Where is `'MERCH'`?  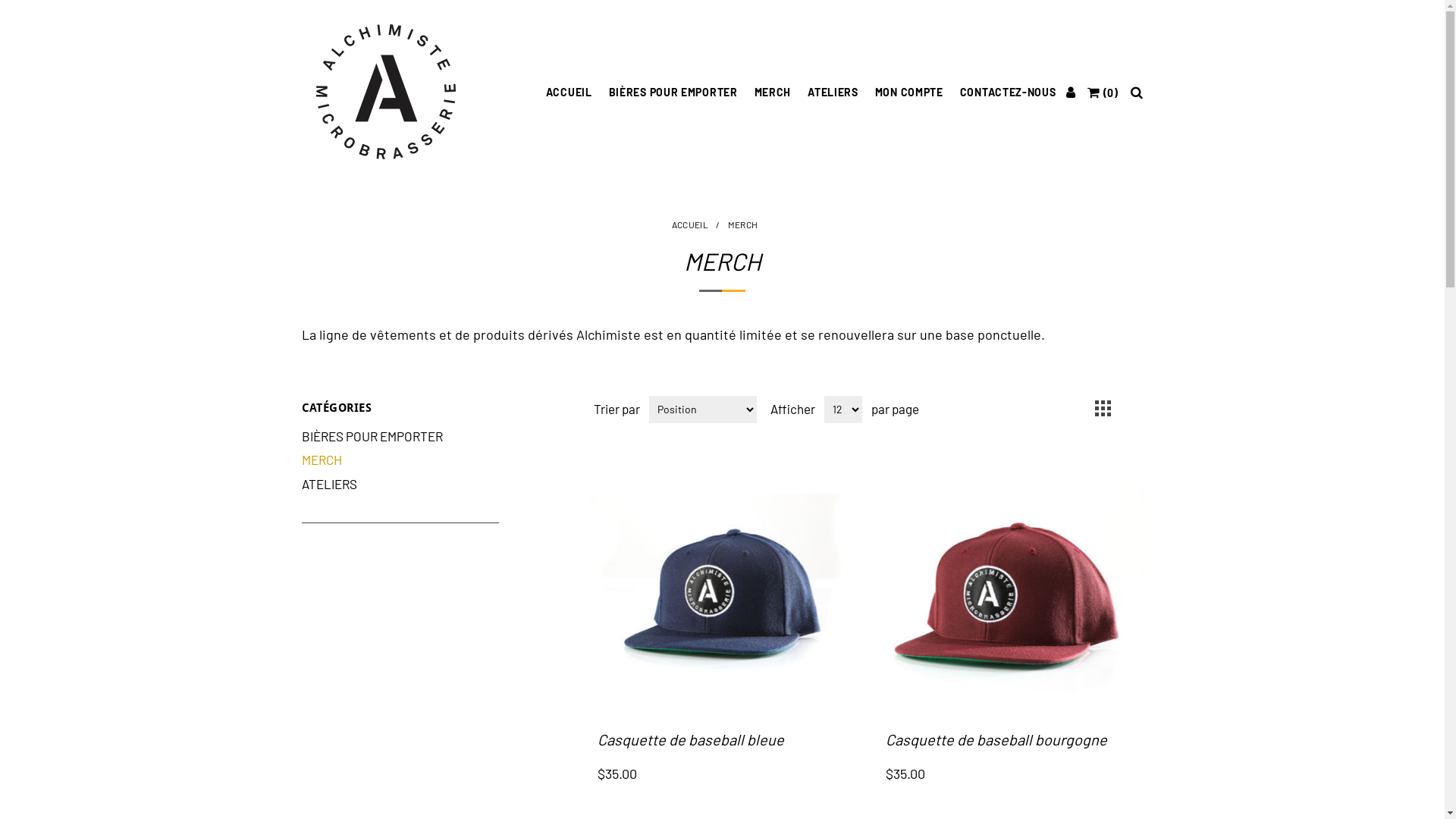 'MERCH' is located at coordinates (773, 93).